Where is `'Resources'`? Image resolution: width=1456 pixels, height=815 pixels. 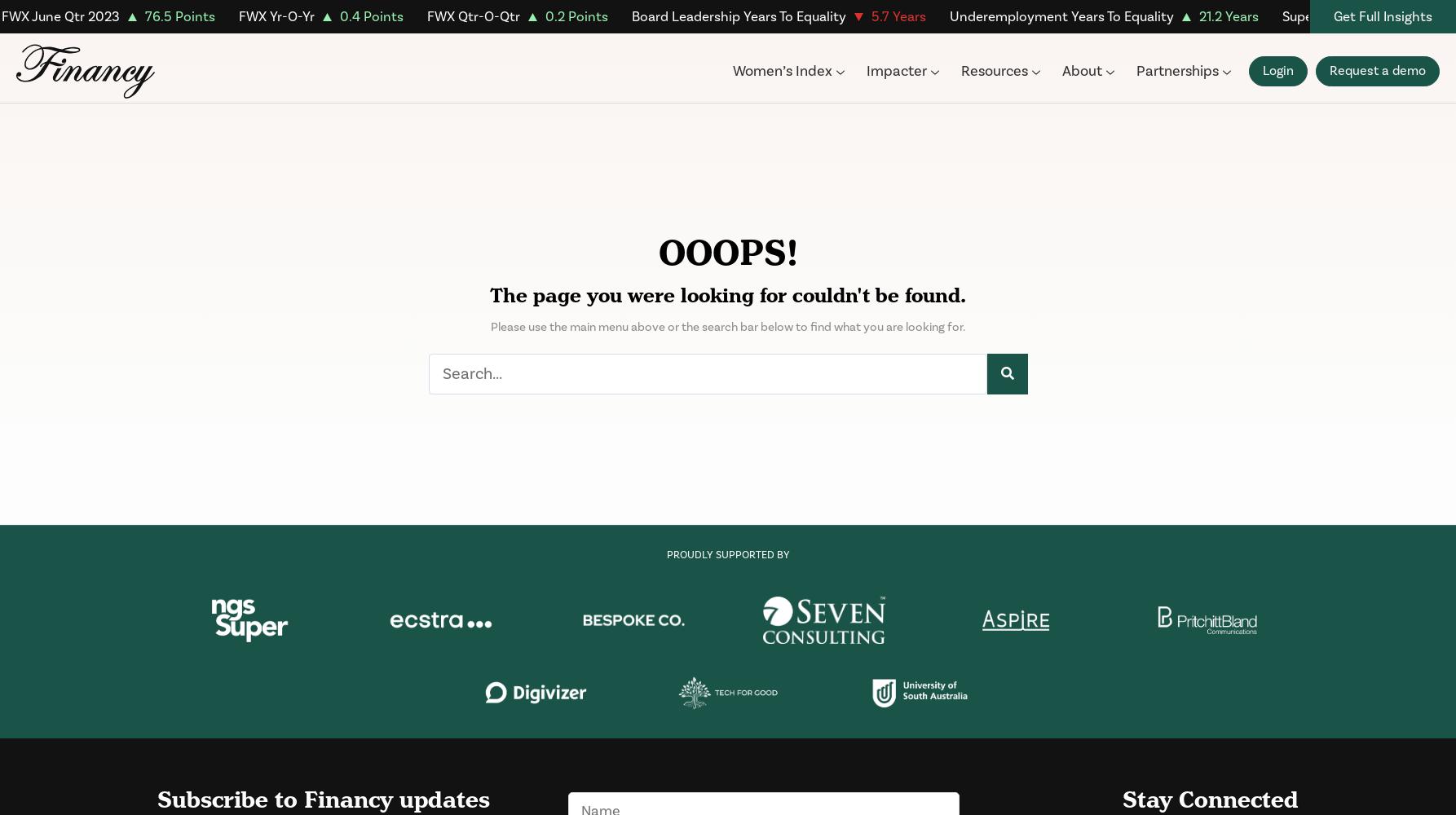 'Resources' is located at coordinates (993, 70).